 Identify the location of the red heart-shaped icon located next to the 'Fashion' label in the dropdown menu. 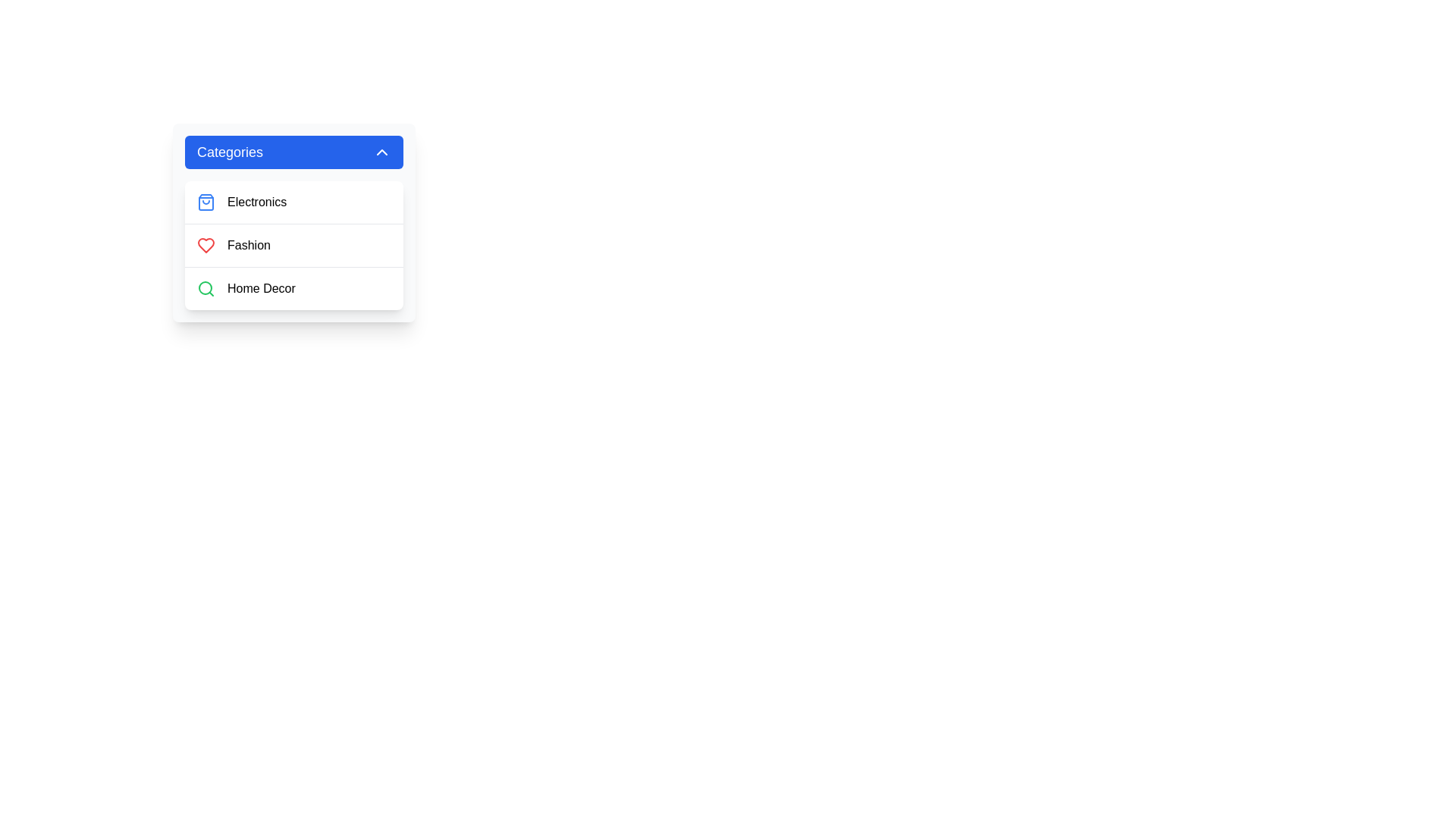
(206, 245).